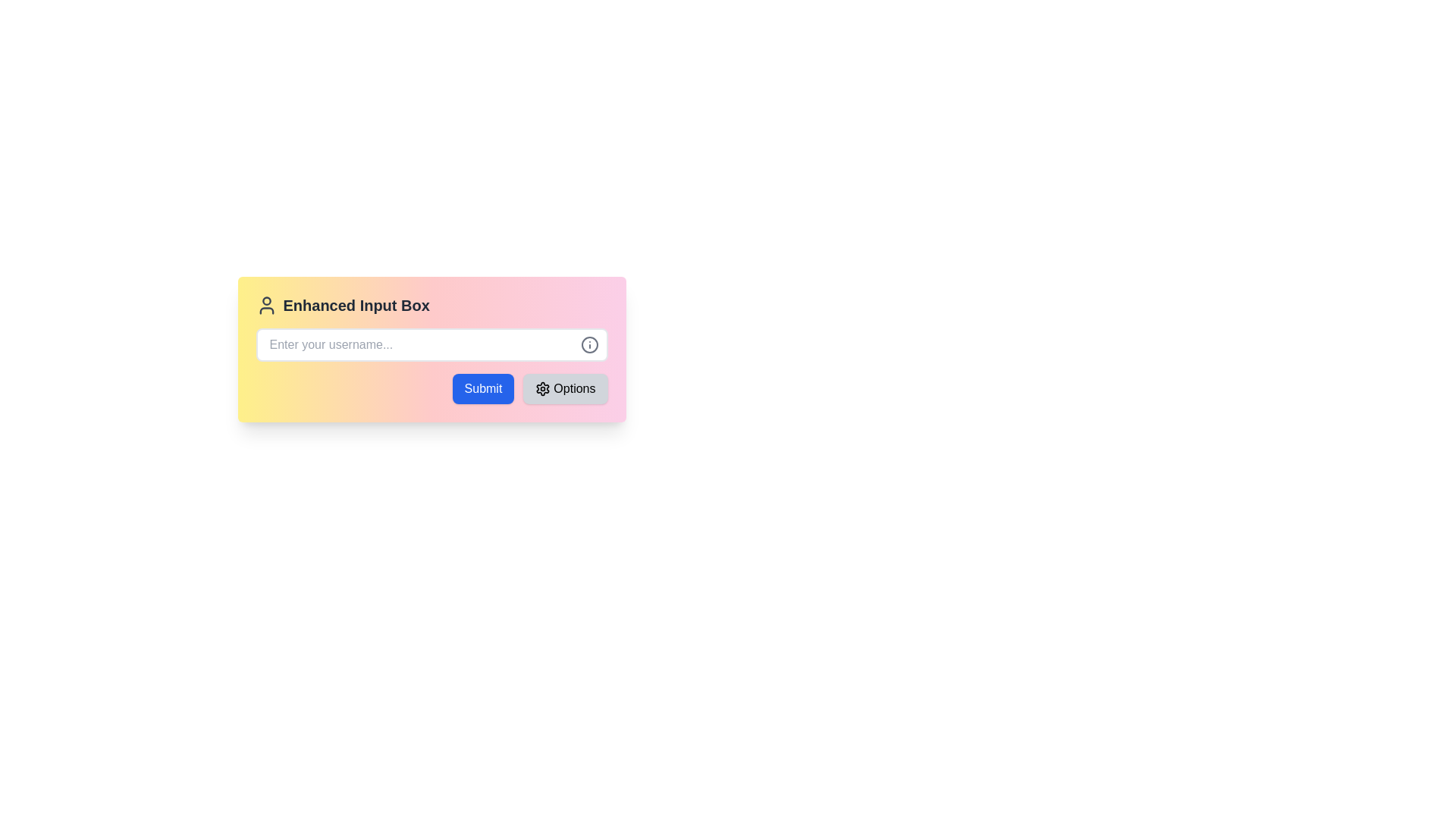 This screenshot has width=1456, height=819. I want to click on the human figure icon located at the leftmost end of the 'Enhanced Input Box' header, which has a smooth design with dark gray lines on a light yellow background, so click(266, 305).